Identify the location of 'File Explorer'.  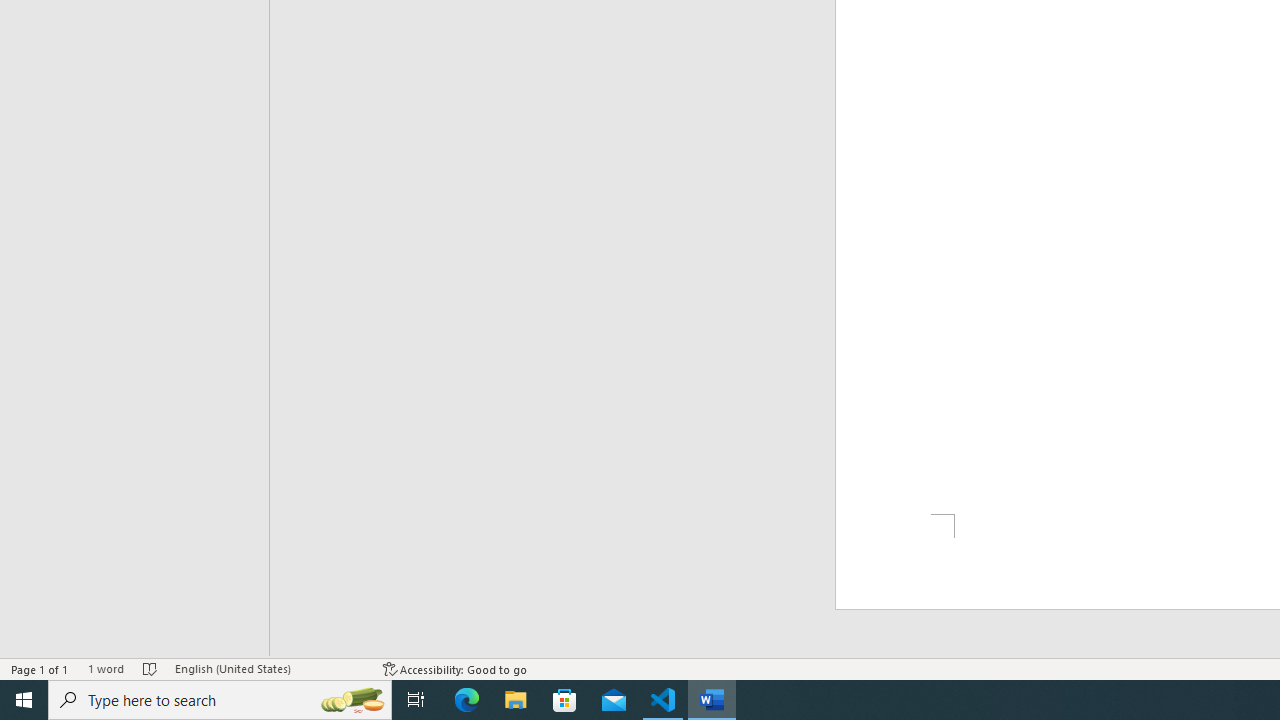
(516, 698).